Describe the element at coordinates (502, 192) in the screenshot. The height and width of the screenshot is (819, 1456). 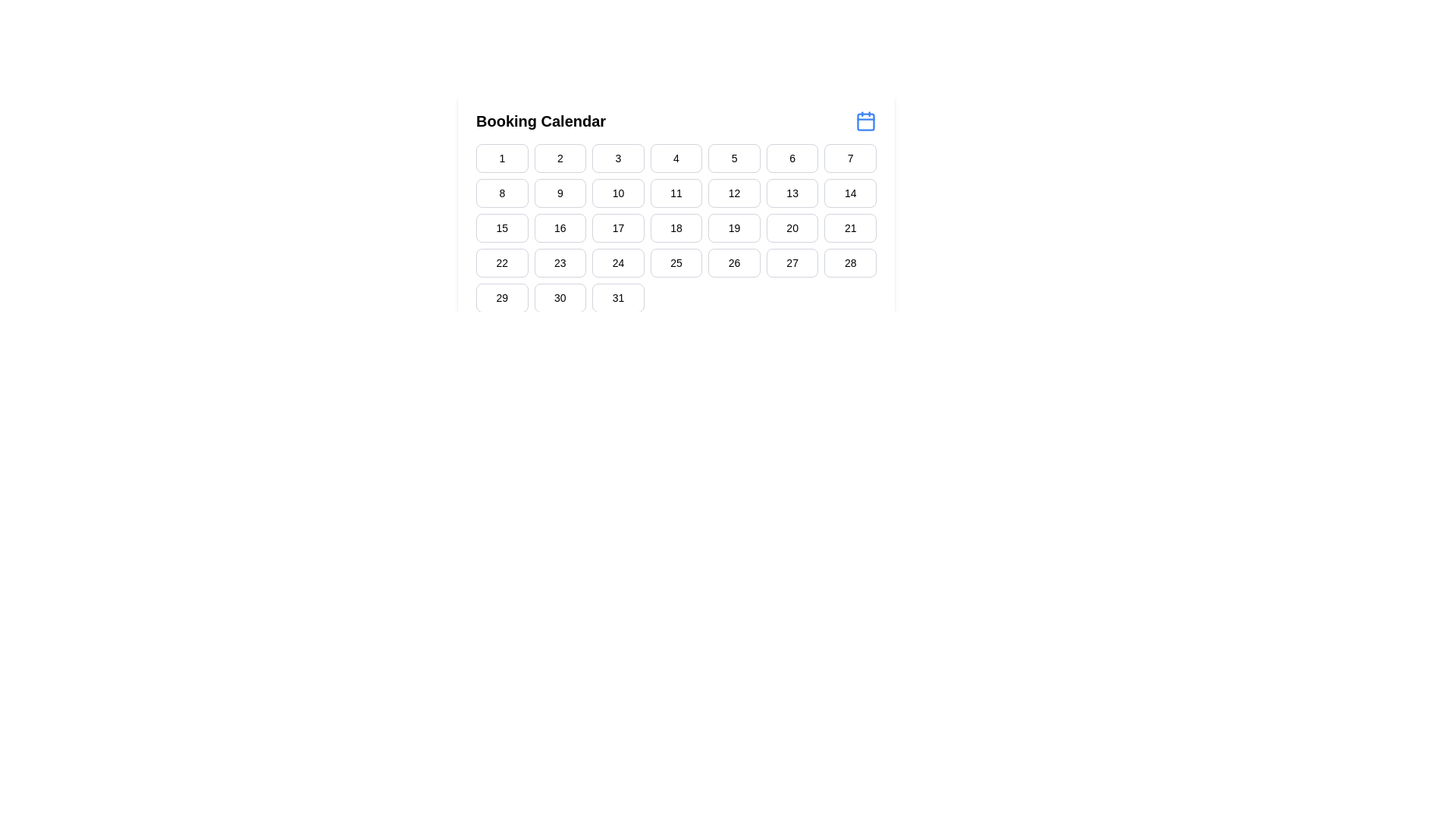
I see `the button labeled '8' in the calendar grid for accessibility navigation` at that location.